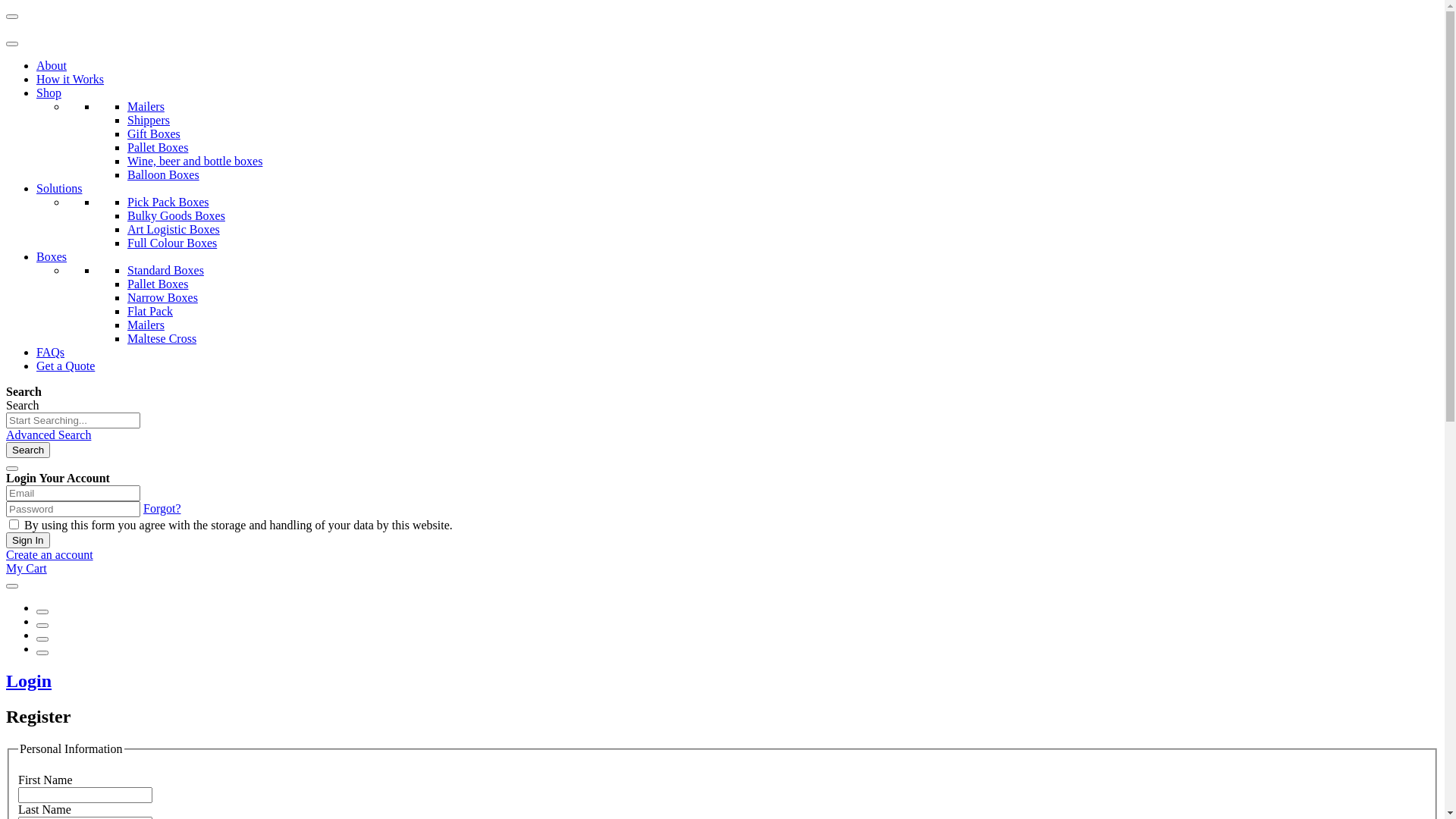 Image resolution: width=1456 pixels, height=819 pixels. Describe the element at coordinates (162, 297) in the screenshot. I see `'Narrow Boxes'` at that location.